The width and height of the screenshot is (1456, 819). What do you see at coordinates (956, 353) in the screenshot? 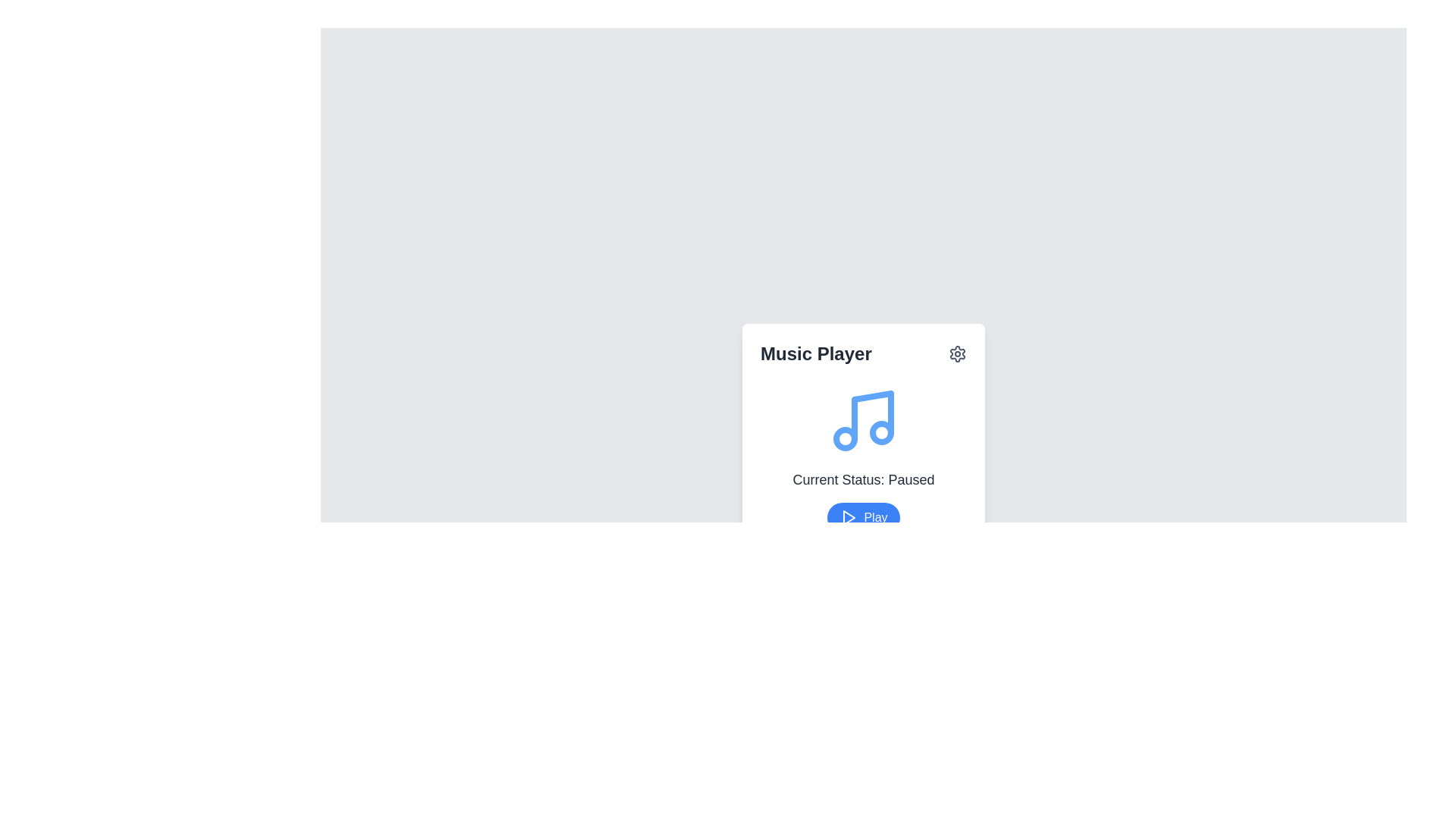
I see `the cogwheel-shaped settings icon located in the top-right corner of the 'Music Player' card` at bounding box center [956, 353].